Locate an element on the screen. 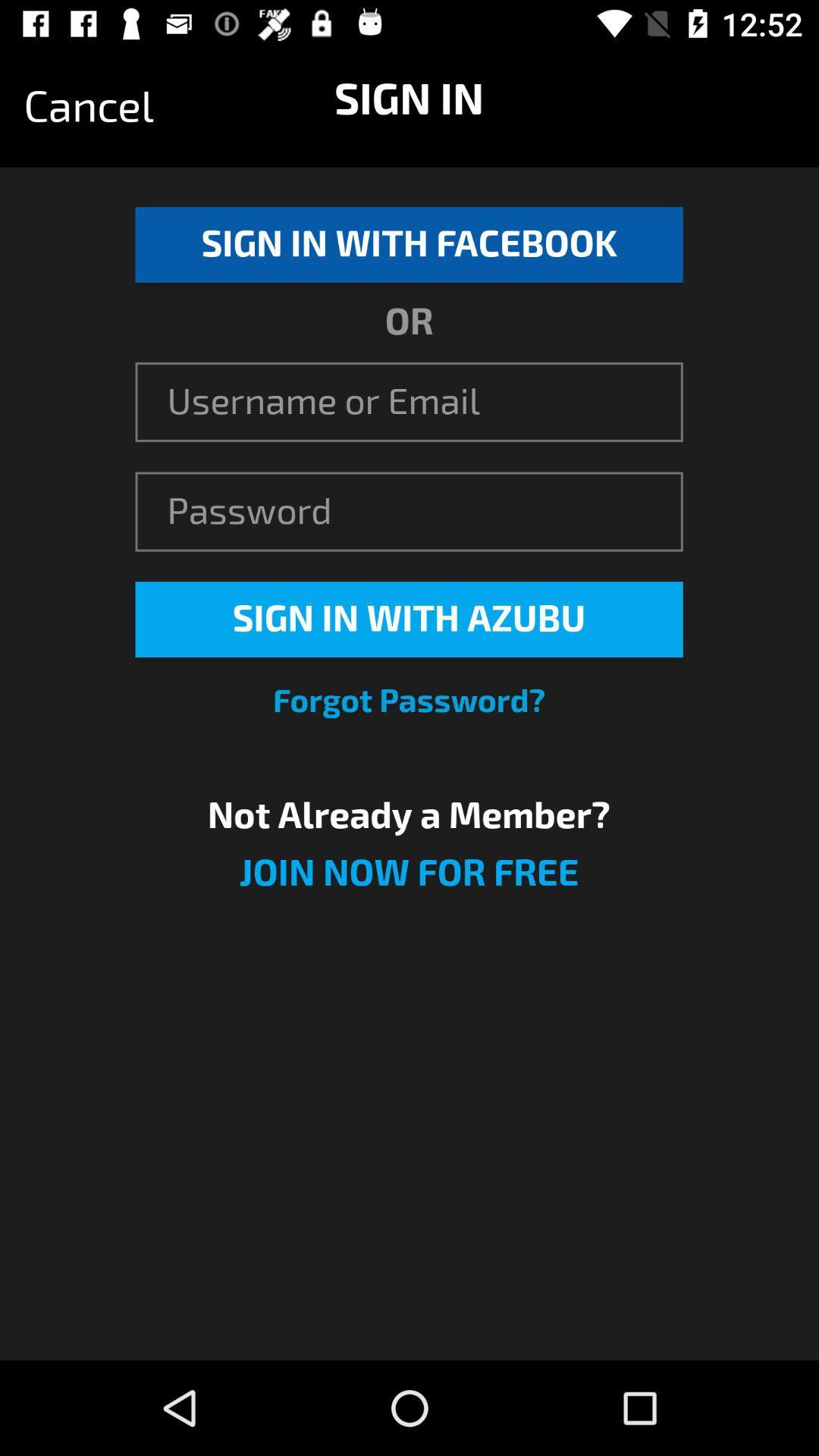 The height and width of the screenshot is (1456, 819). the item above the sign in with icon is located at coordinates (89, 106).